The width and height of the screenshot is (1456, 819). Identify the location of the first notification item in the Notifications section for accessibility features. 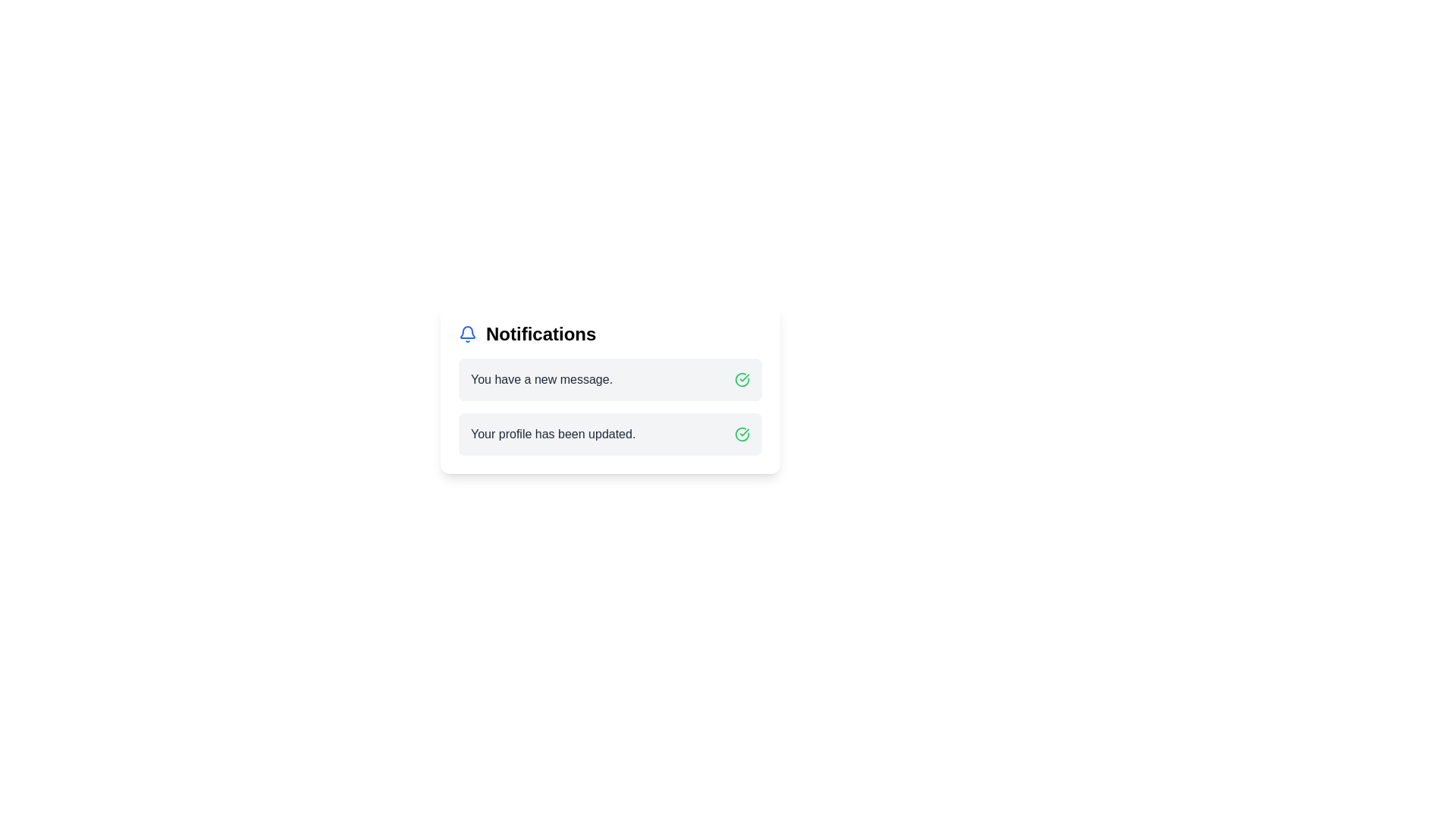
(610, 379).